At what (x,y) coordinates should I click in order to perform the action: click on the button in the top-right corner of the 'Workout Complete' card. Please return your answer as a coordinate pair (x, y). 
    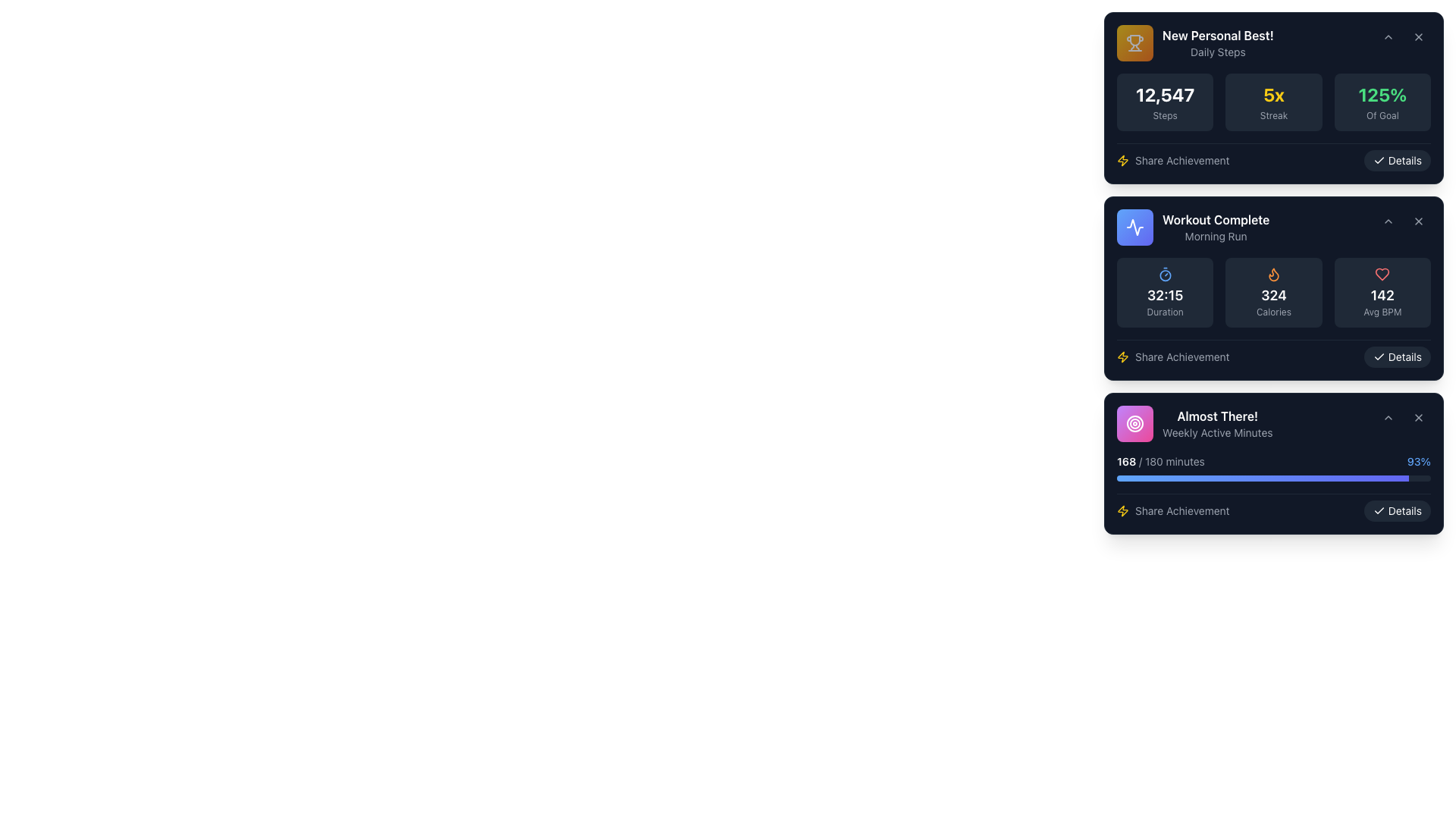
    Looking at the image, I should click on (1418, 221).